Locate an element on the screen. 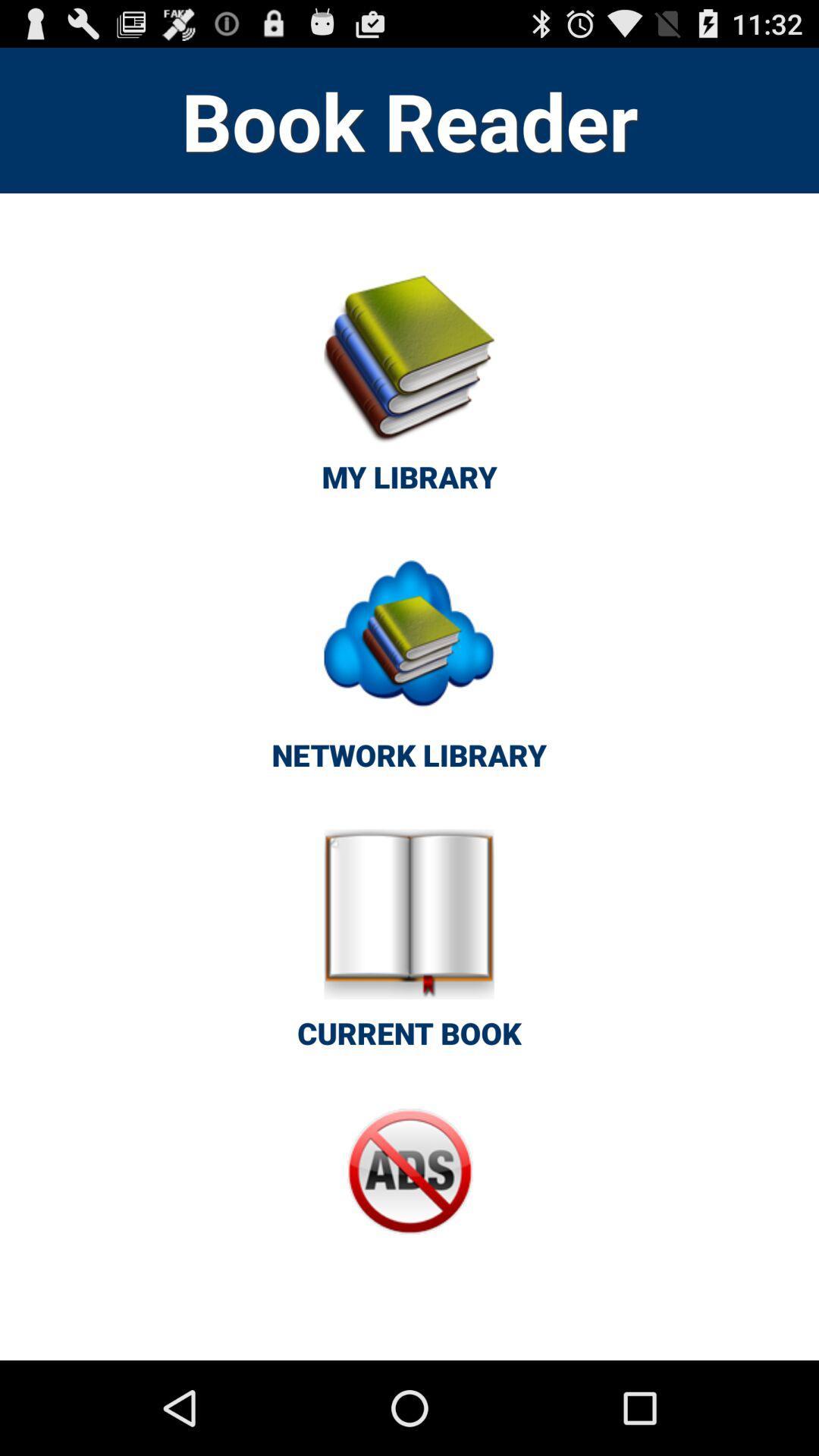 This screenshot has height=1456, width=819. the my library is located at coordinates (409, 392).